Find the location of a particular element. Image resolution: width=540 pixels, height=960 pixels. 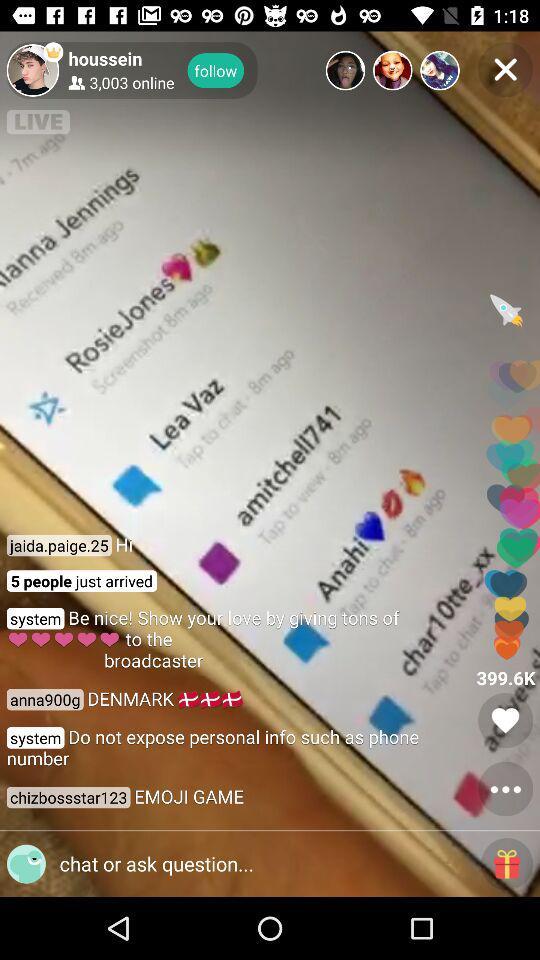

the more icon is located at coordinates (504, 789).